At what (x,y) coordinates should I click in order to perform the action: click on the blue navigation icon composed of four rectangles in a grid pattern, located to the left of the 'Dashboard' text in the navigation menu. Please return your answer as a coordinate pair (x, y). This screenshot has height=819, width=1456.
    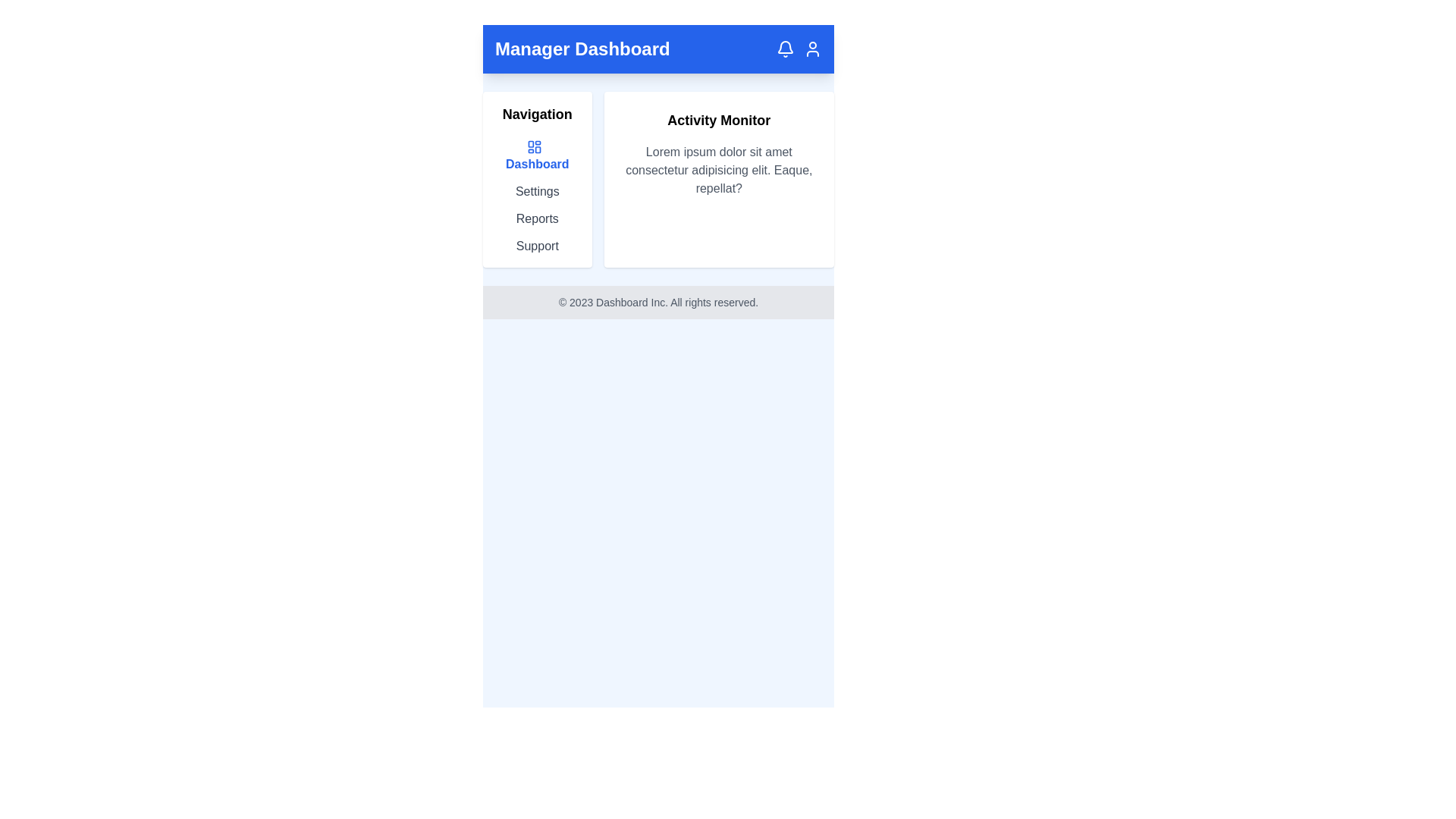
    Looking at the image, I should click on (534, 146).